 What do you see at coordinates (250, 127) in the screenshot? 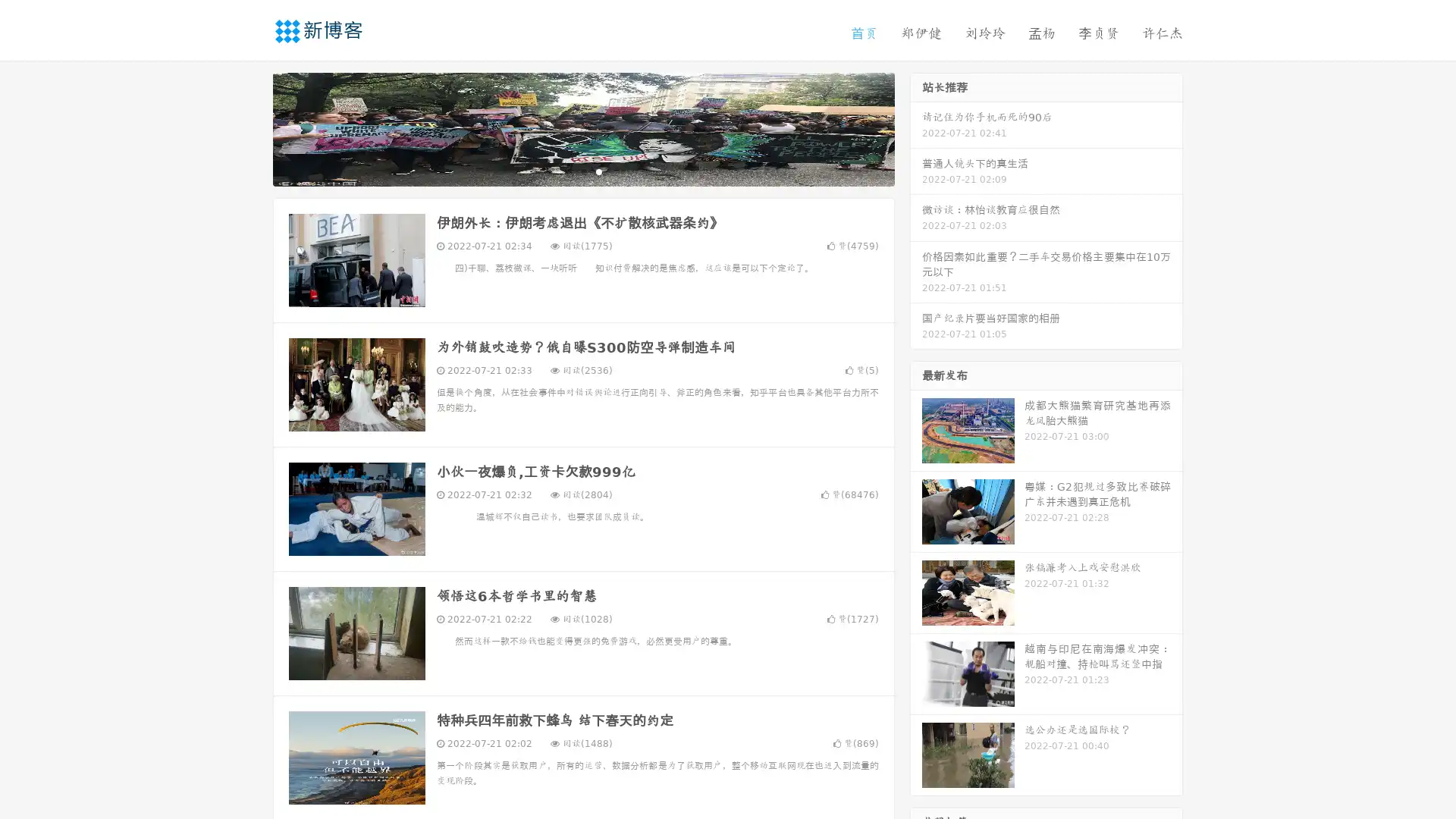
I see `Previous slide` at bounding box center [250, 127].